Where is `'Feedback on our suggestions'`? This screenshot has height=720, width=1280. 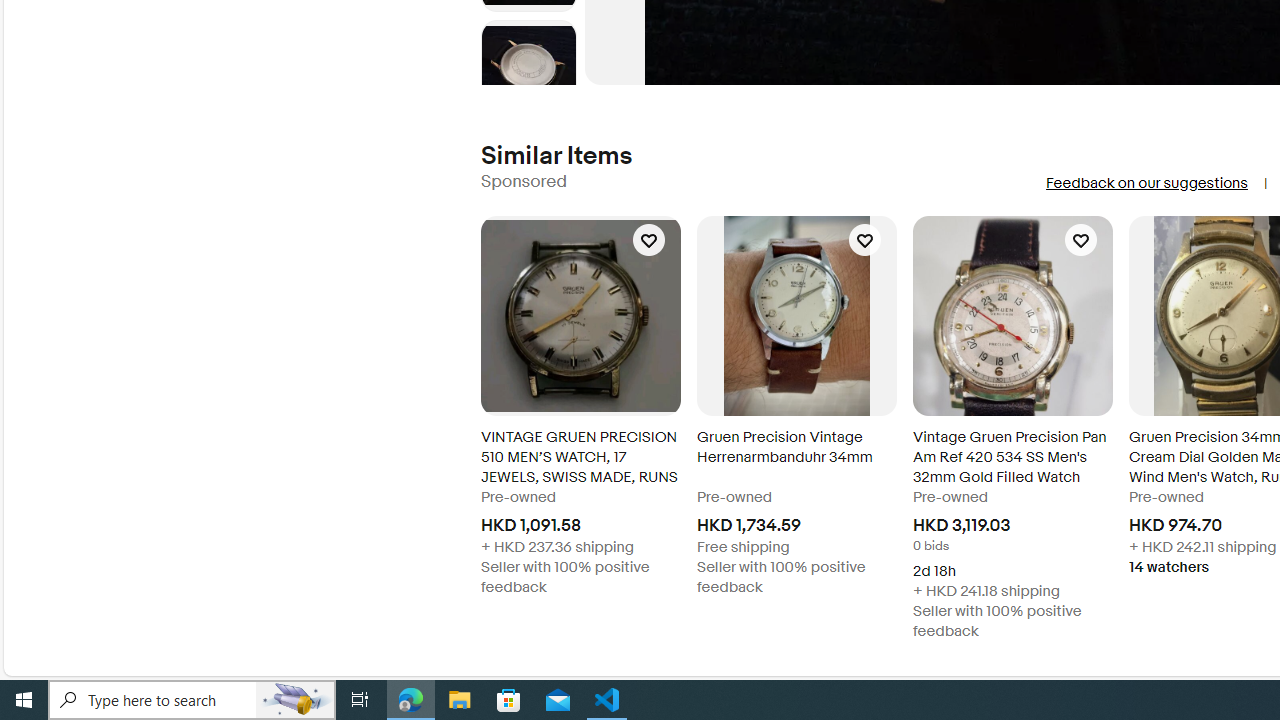 'Feedback on our suggestions' is located at coordinates (1146, 183).